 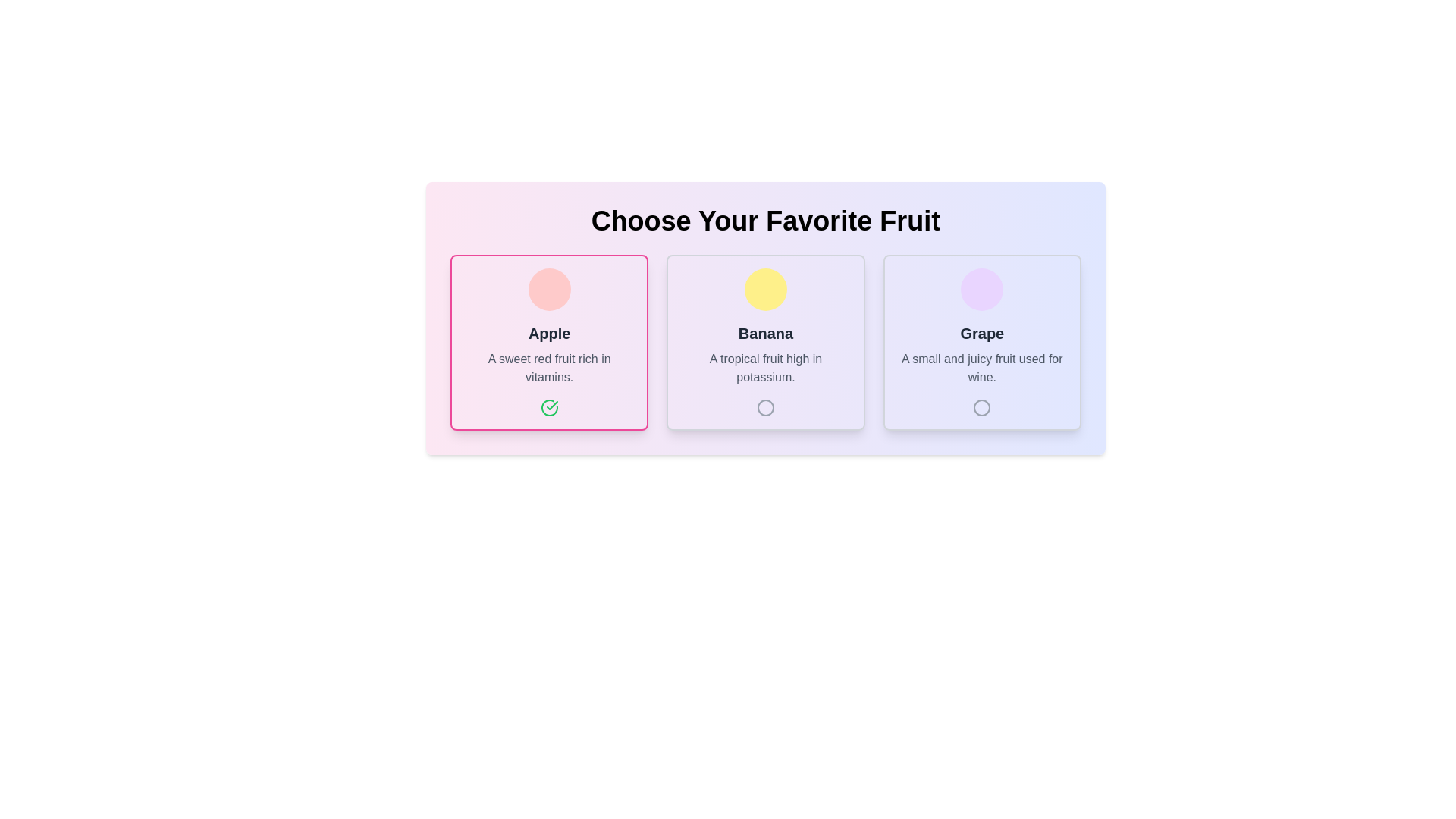 I want to click on the Header text element that introduces the section, clarifying the purpose of the options below, to trigger possible UI effects, so click(x=765, y=221).